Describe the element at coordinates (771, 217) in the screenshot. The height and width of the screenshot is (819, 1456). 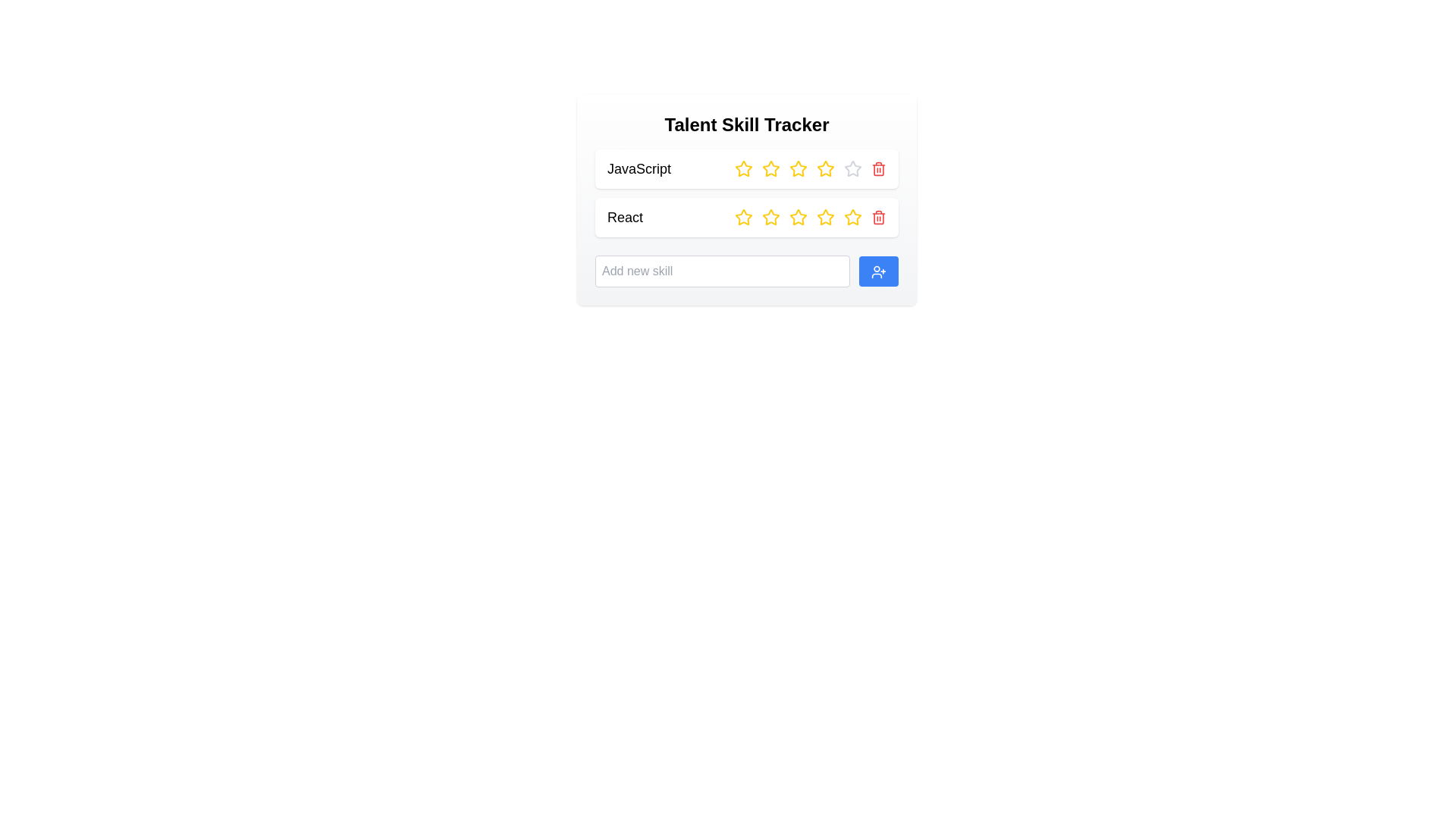
I see `the second star icon in the rating system for the 'React' skill` at that location.